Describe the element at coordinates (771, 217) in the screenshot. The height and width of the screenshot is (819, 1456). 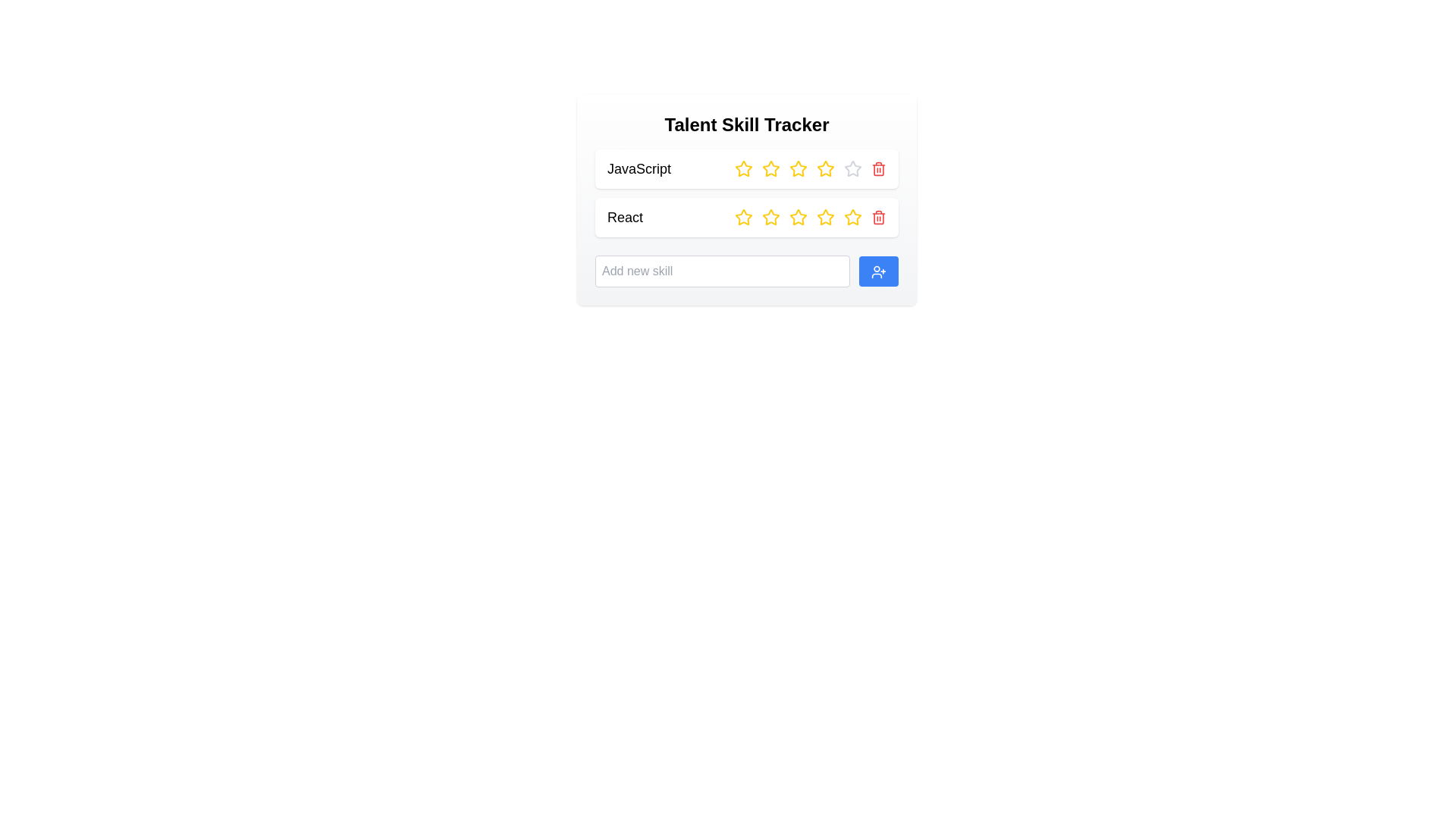
I see `the second star icon in the rating system for the 'React' skill` at that location.